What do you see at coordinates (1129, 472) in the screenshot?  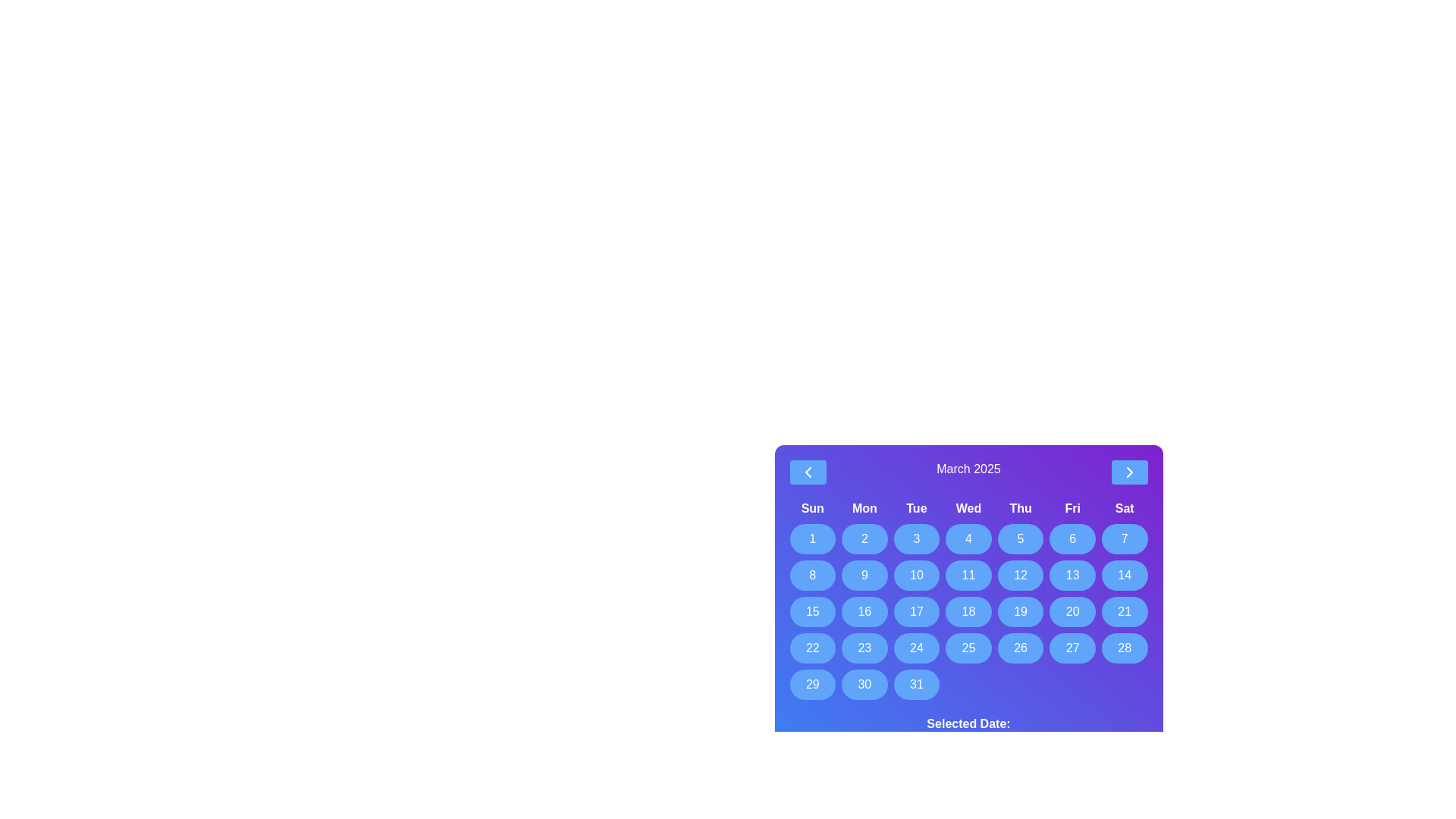 I see `the rounded rectangular blue button with a rightward-pointing arrow icon located at the top-right corner of the calendar interface` at bounding box center [1129, 472].